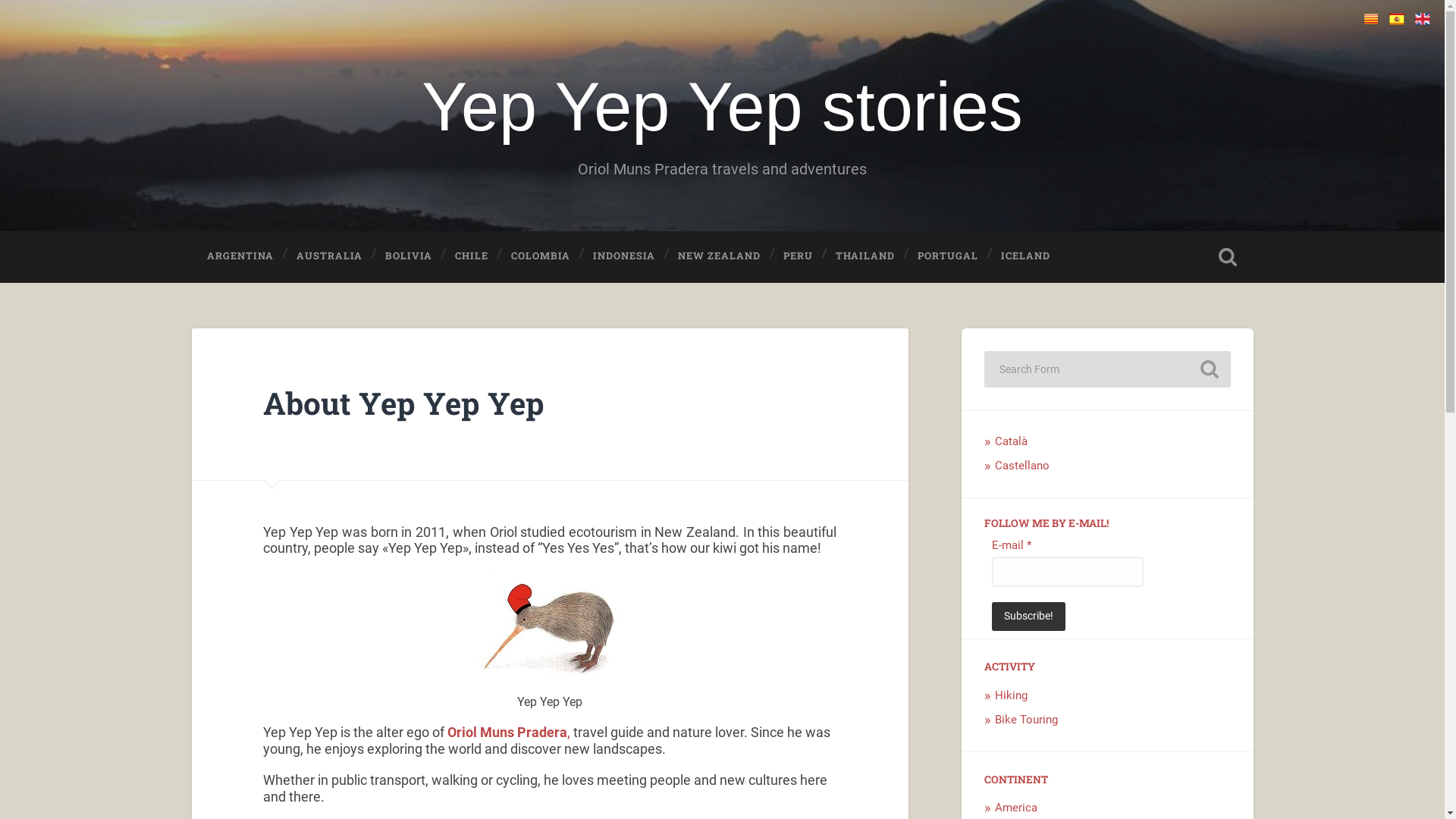 The width and height of the screenshot is (1456, 819). Describe the element at coordinates (718, 255) in the screenshot. I see `'NEW ZEALAND'` at that location.